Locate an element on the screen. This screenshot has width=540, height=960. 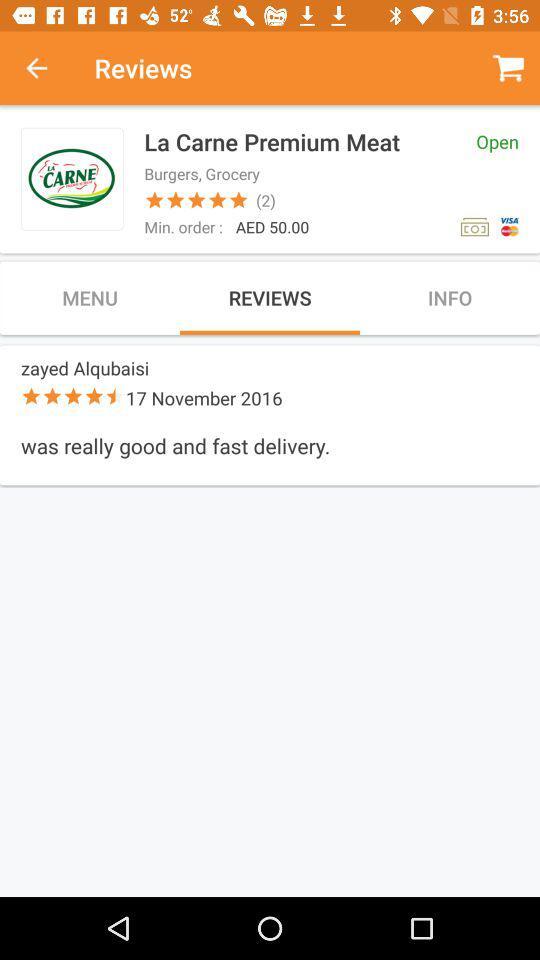
icon next to reviews item is located at coordinates (47, 68).